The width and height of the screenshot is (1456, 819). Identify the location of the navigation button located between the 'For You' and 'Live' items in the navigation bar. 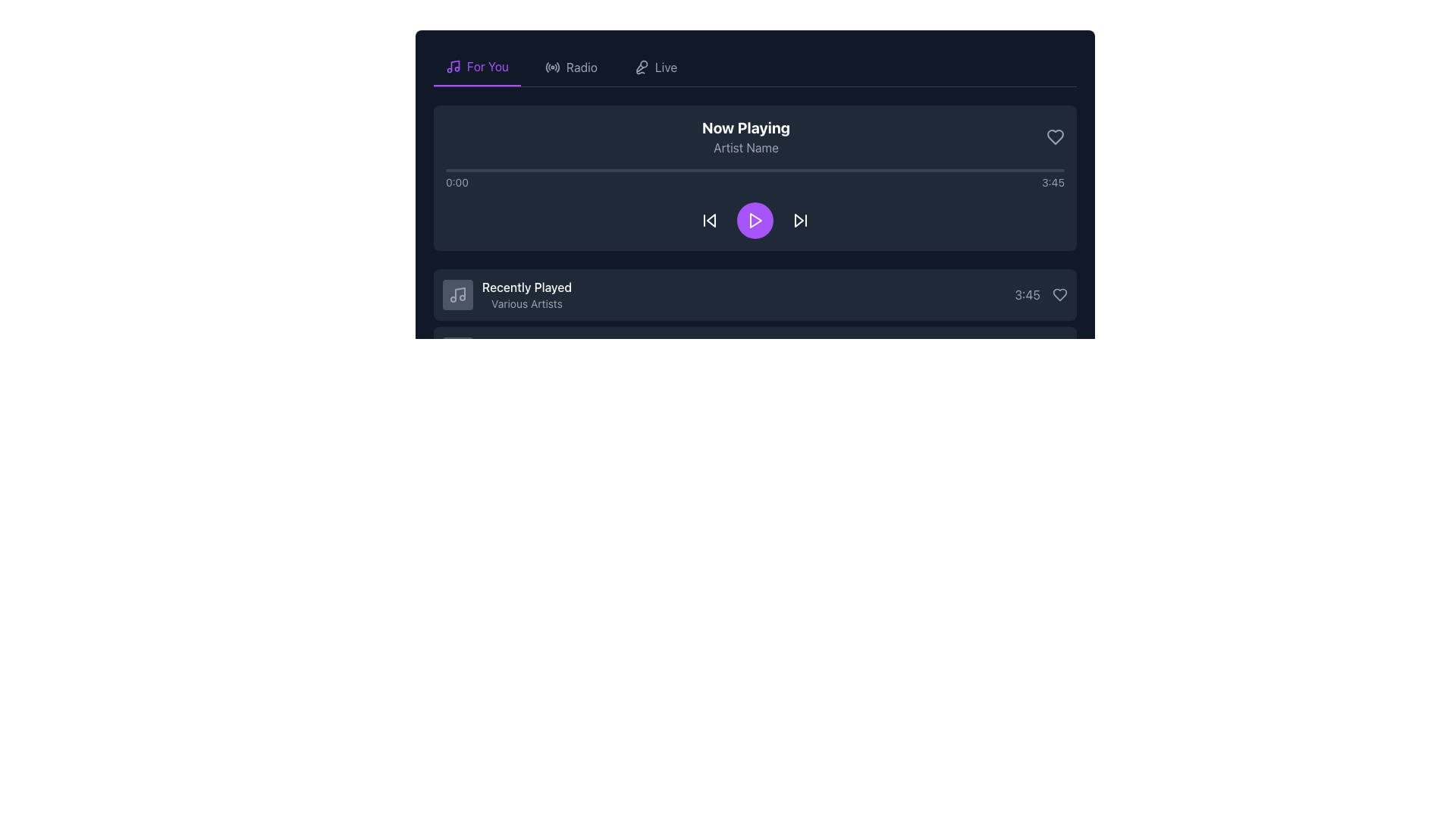
(570, 66).